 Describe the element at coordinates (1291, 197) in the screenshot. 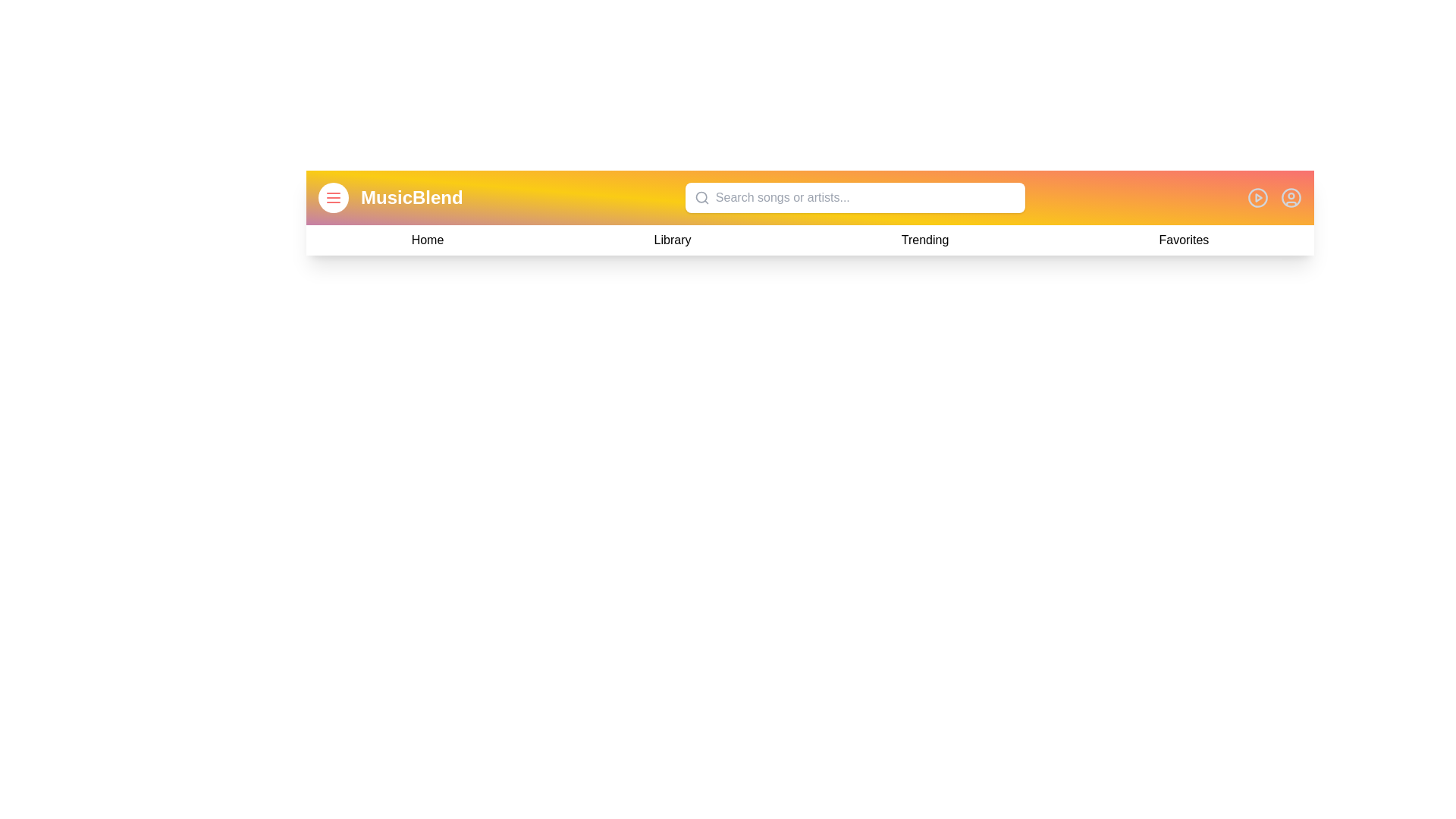

I see `the user profile icon to access the user profile` at that location.